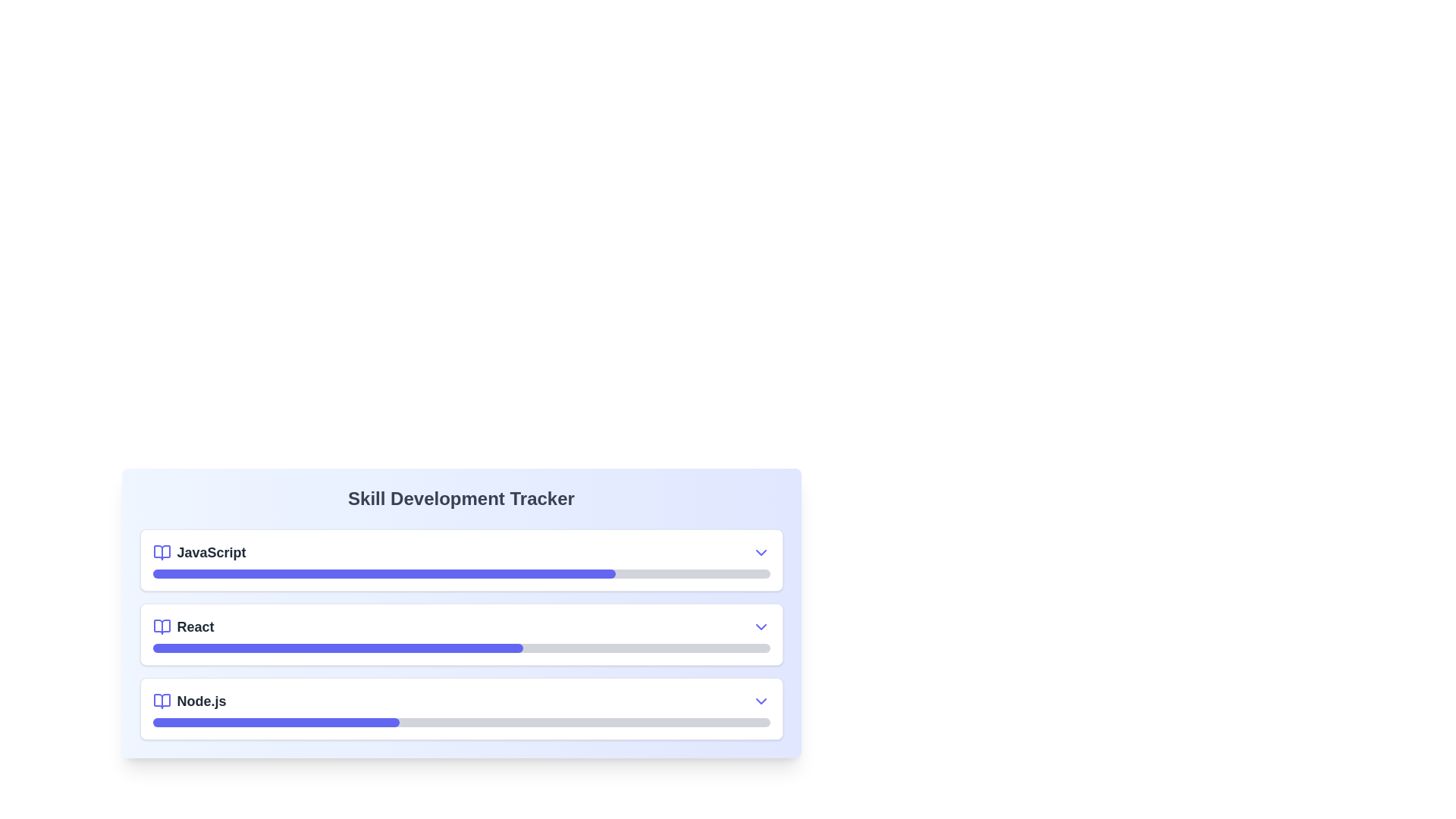 This screenshot has width=1456, height=819. Describe the element at coordinates (162, 553) in the screenshot. I see `the open book icon, which is blue-indigo in color and located immediately to the left of the 'JavaScript' text in the first row of the skill tracker section` at that location.